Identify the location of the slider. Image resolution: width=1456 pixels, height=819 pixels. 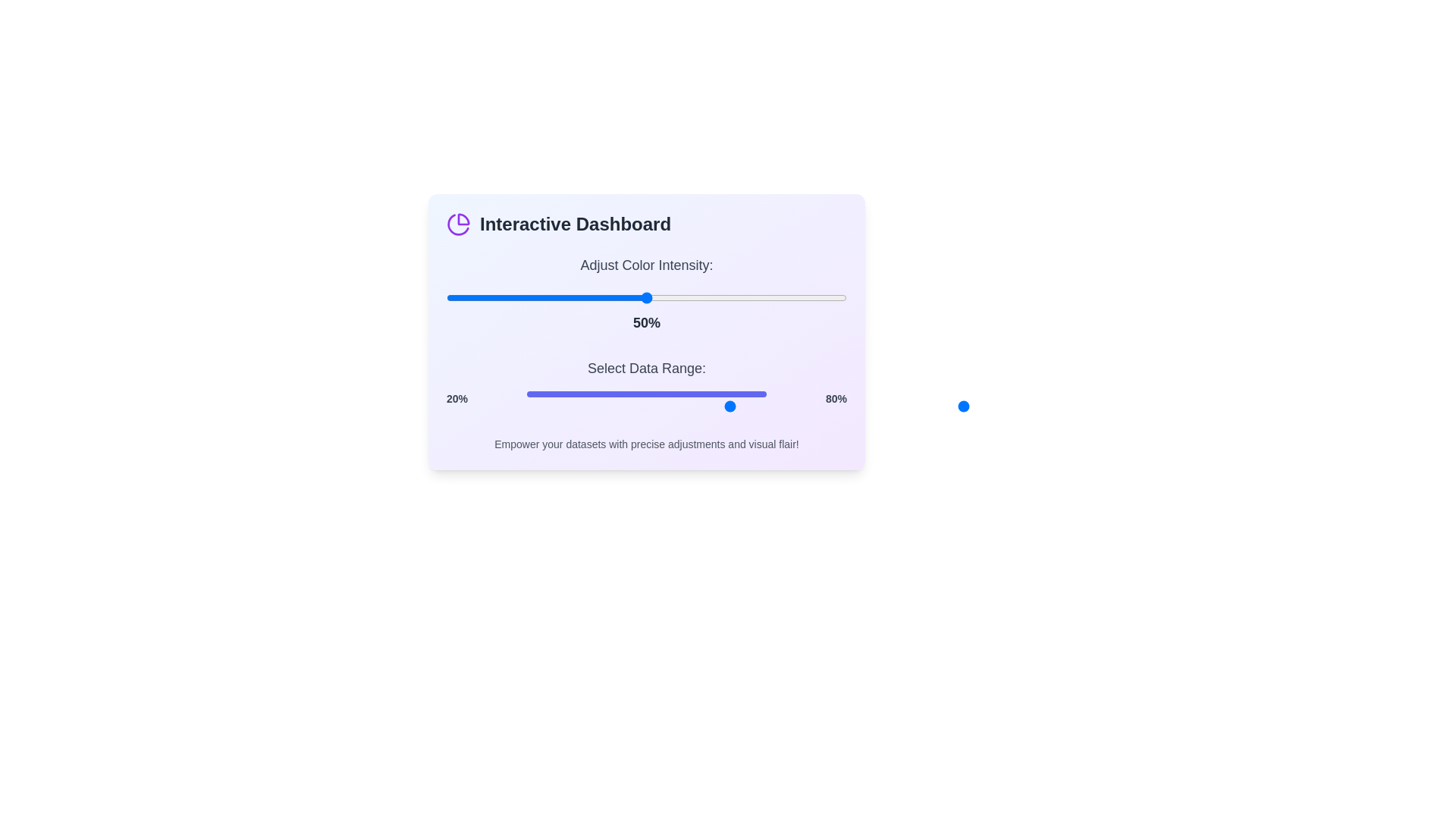
(491, 298).